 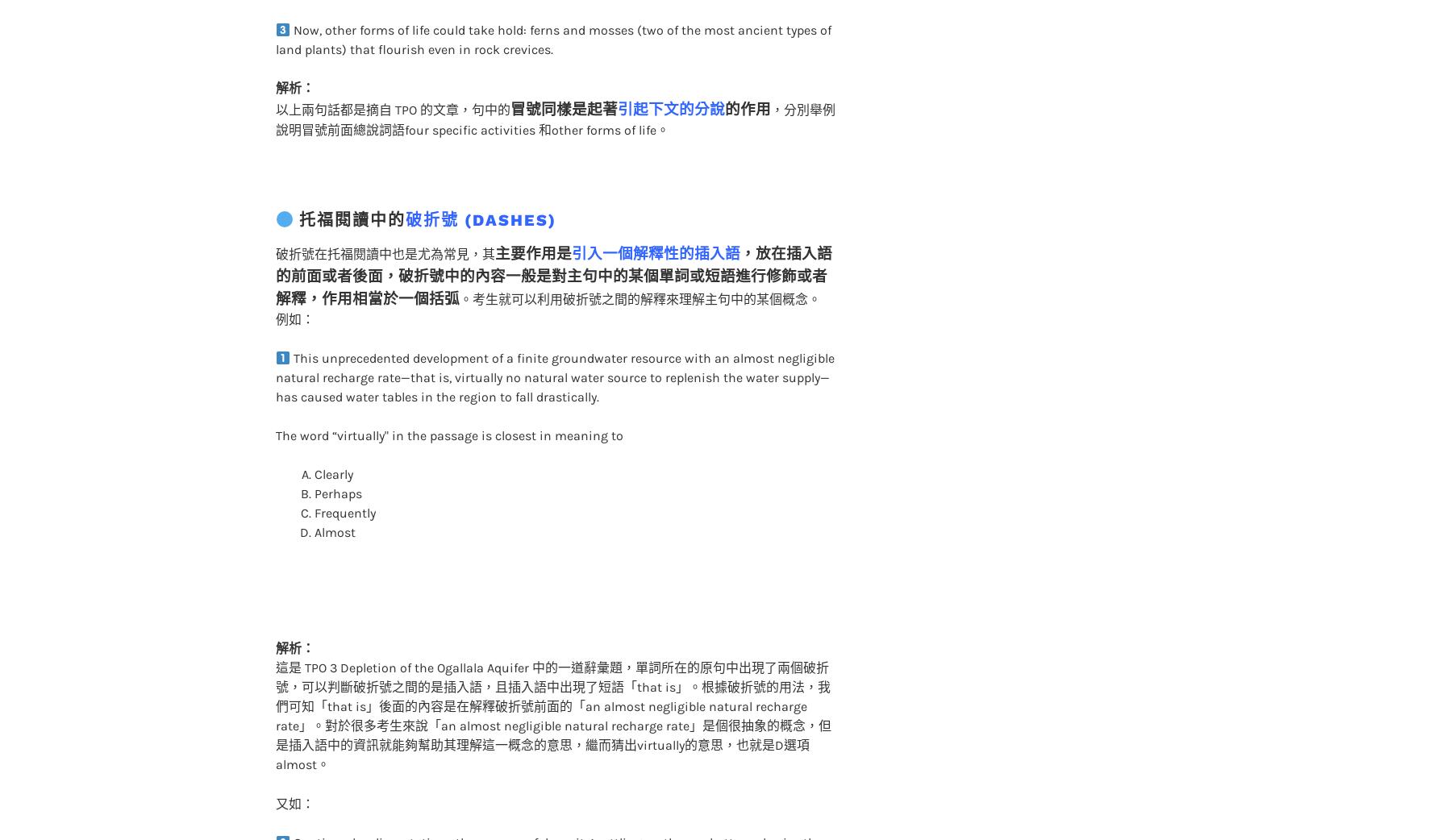 I want to click on '破折號 (dashes)', so click(x=481, y=186).